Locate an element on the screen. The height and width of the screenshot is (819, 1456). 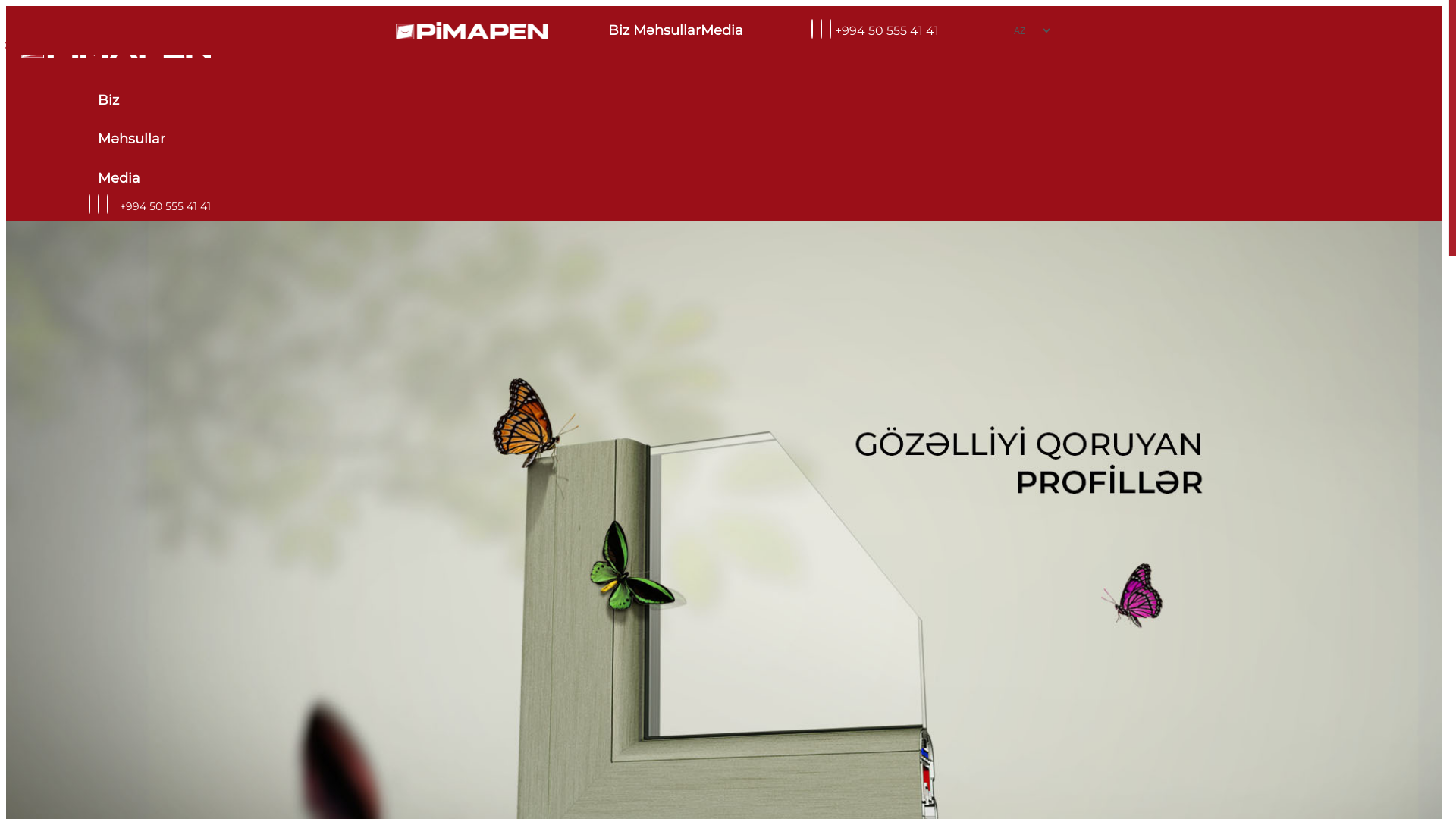
'+994 50 555 41 41' is located at coordinates (886, 30).